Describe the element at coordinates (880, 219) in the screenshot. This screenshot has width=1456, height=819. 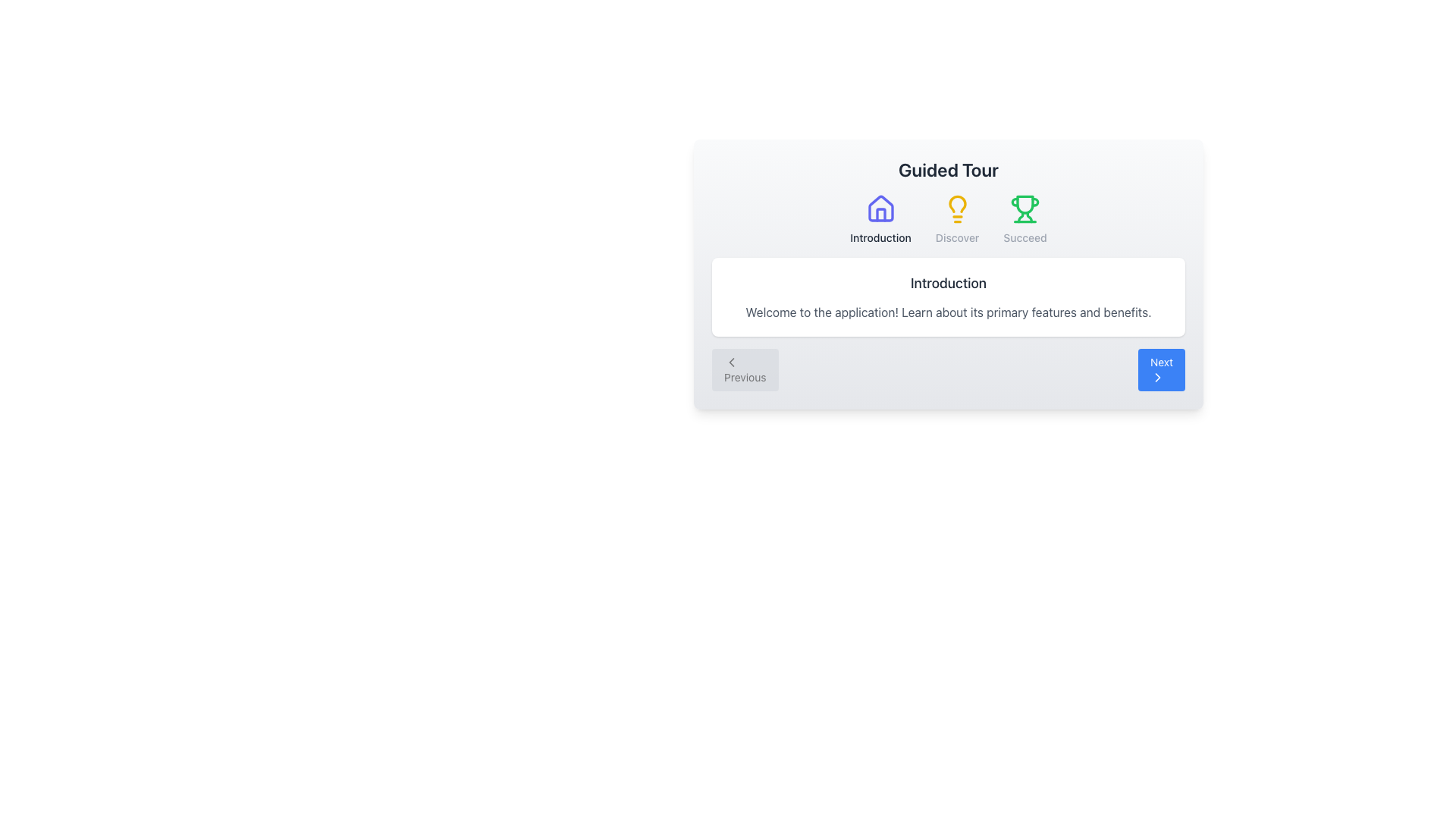
I see `the 'Introduction' navigation item, which features a blue house outline icon and black text below it` at that location.